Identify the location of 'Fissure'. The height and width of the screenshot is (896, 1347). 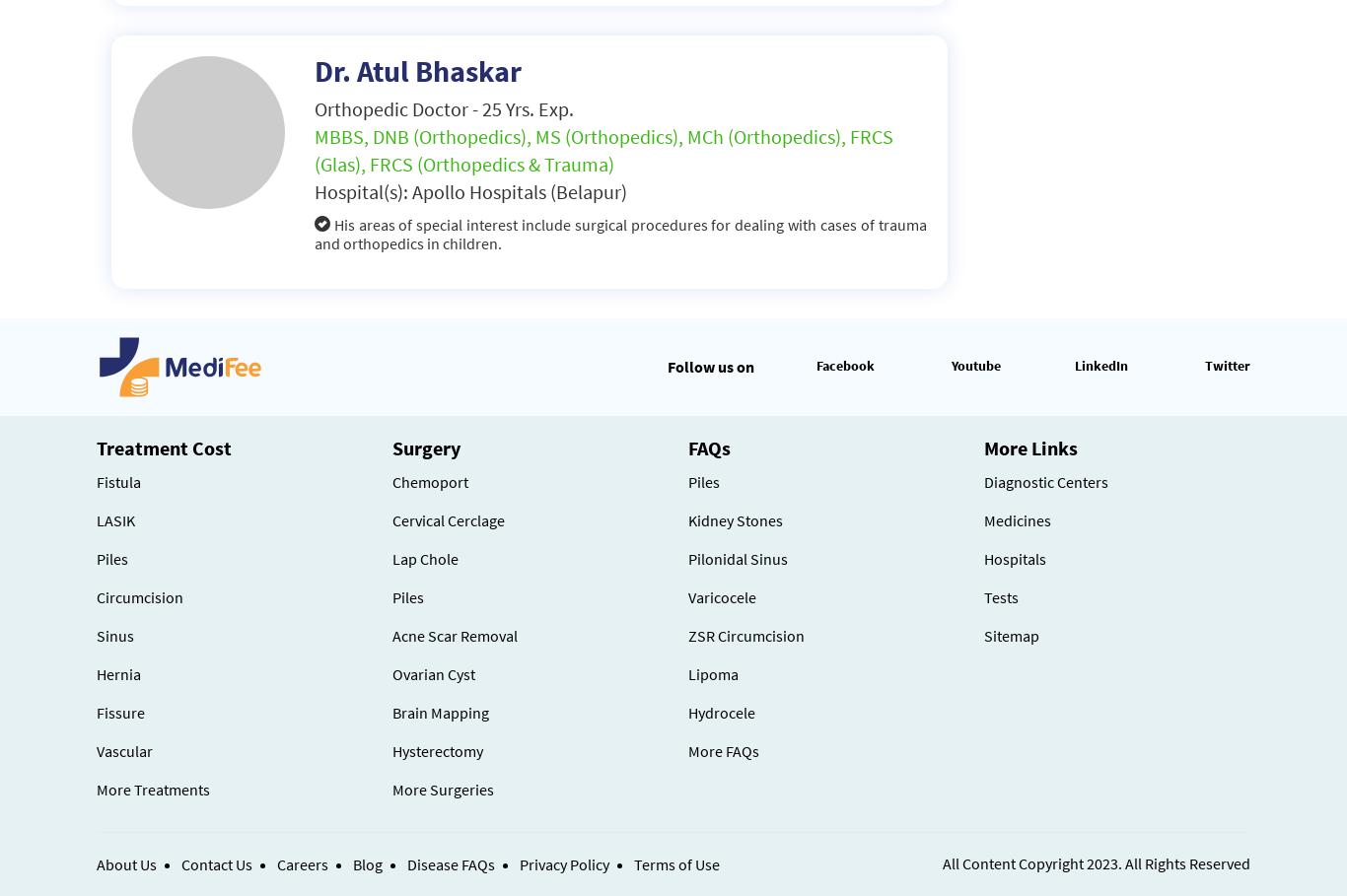
(96, 711).